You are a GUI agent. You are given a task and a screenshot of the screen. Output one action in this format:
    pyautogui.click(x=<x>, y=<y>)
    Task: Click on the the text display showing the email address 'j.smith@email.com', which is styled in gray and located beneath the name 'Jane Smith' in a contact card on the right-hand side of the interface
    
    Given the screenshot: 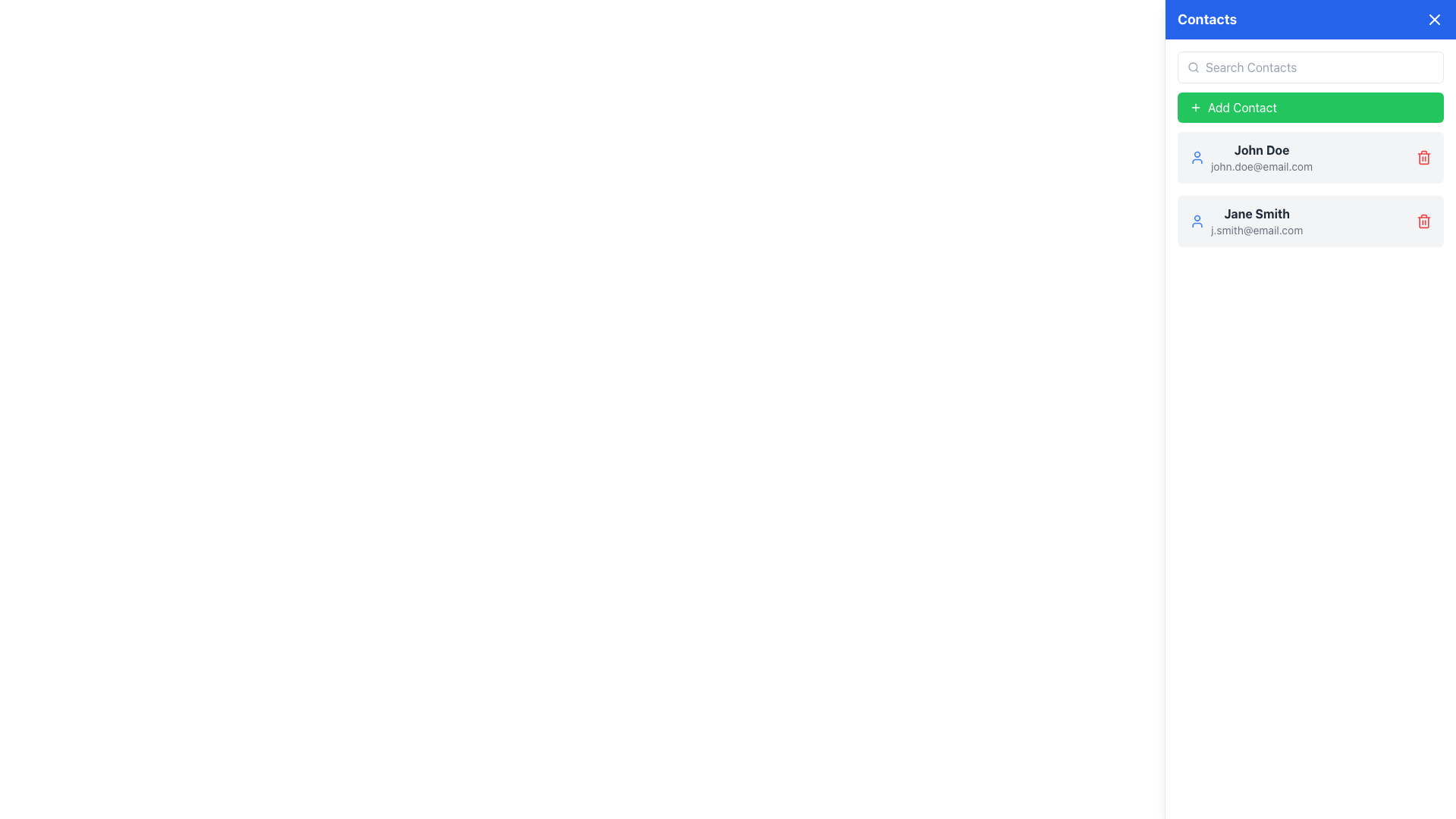 What is the action you would take?
    pyautogui.click(x=1257, y=231)
    